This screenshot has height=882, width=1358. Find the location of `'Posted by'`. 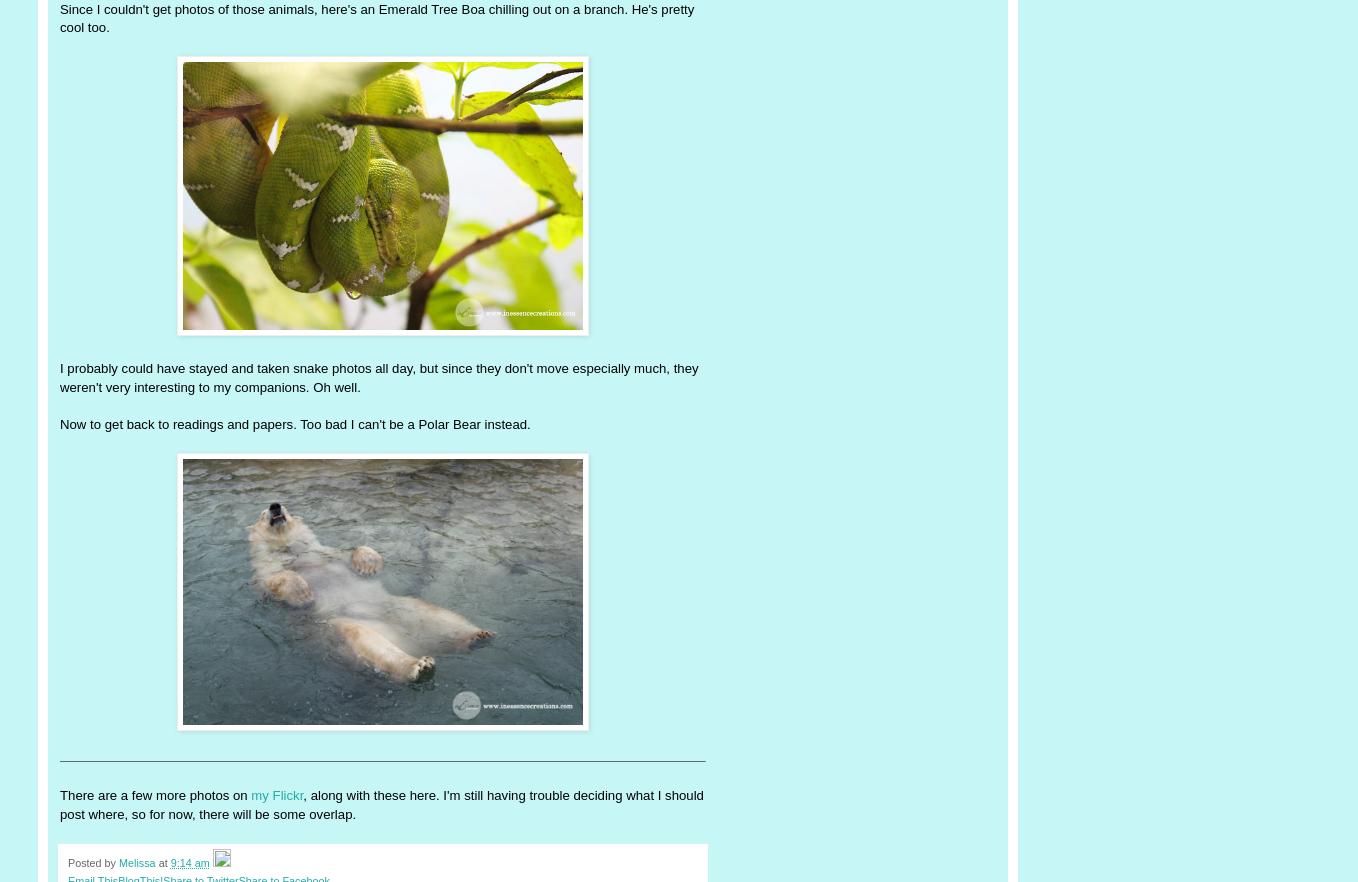

'Posted by' is located at coordinates (93, 862).